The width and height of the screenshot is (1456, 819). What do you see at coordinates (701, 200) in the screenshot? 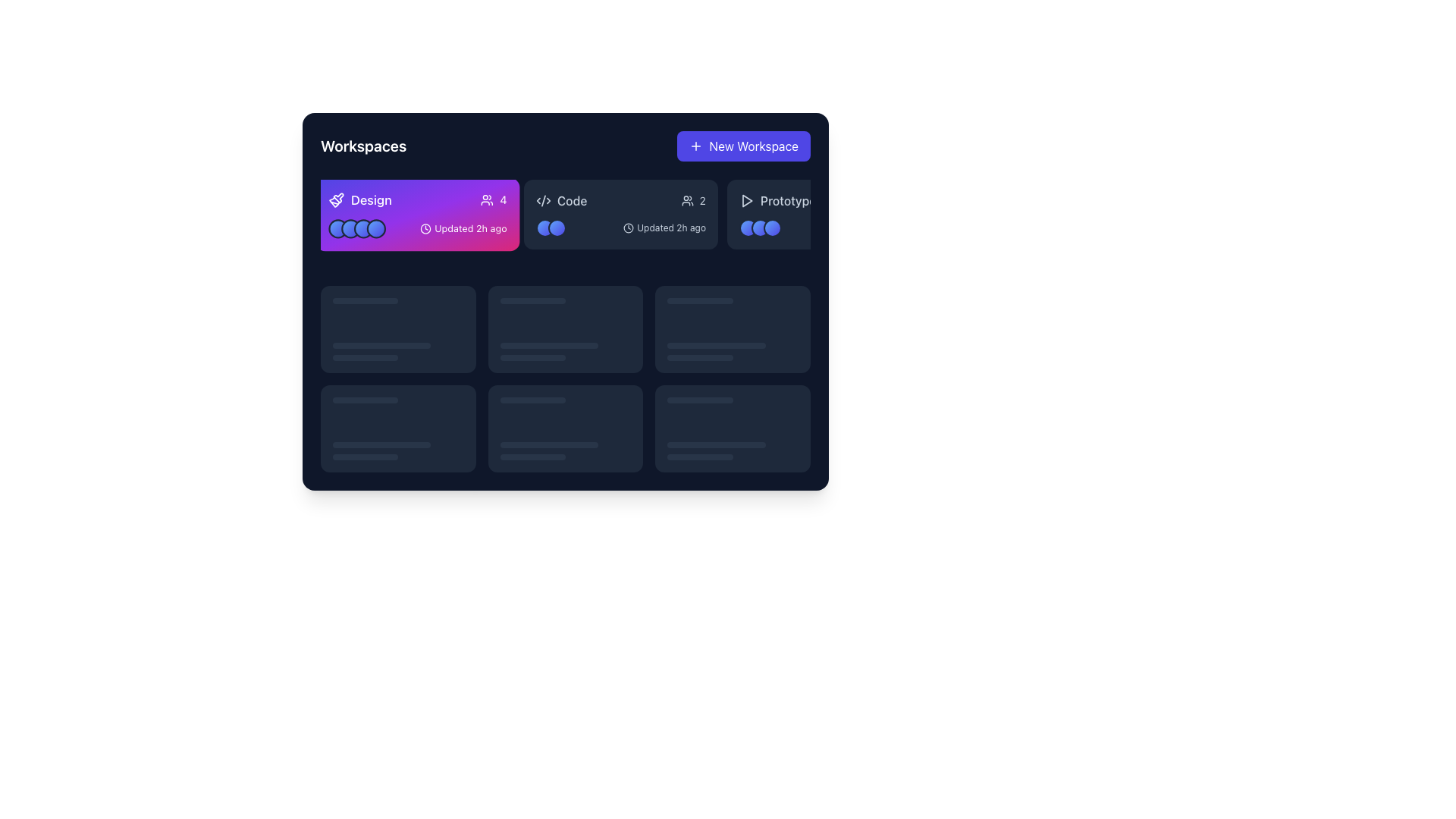
I see `the text label displaying the numeric value in the top-right corner of the 'Code' workspace section, which is aligned beside the group icon` at bounding box center [701, 200].